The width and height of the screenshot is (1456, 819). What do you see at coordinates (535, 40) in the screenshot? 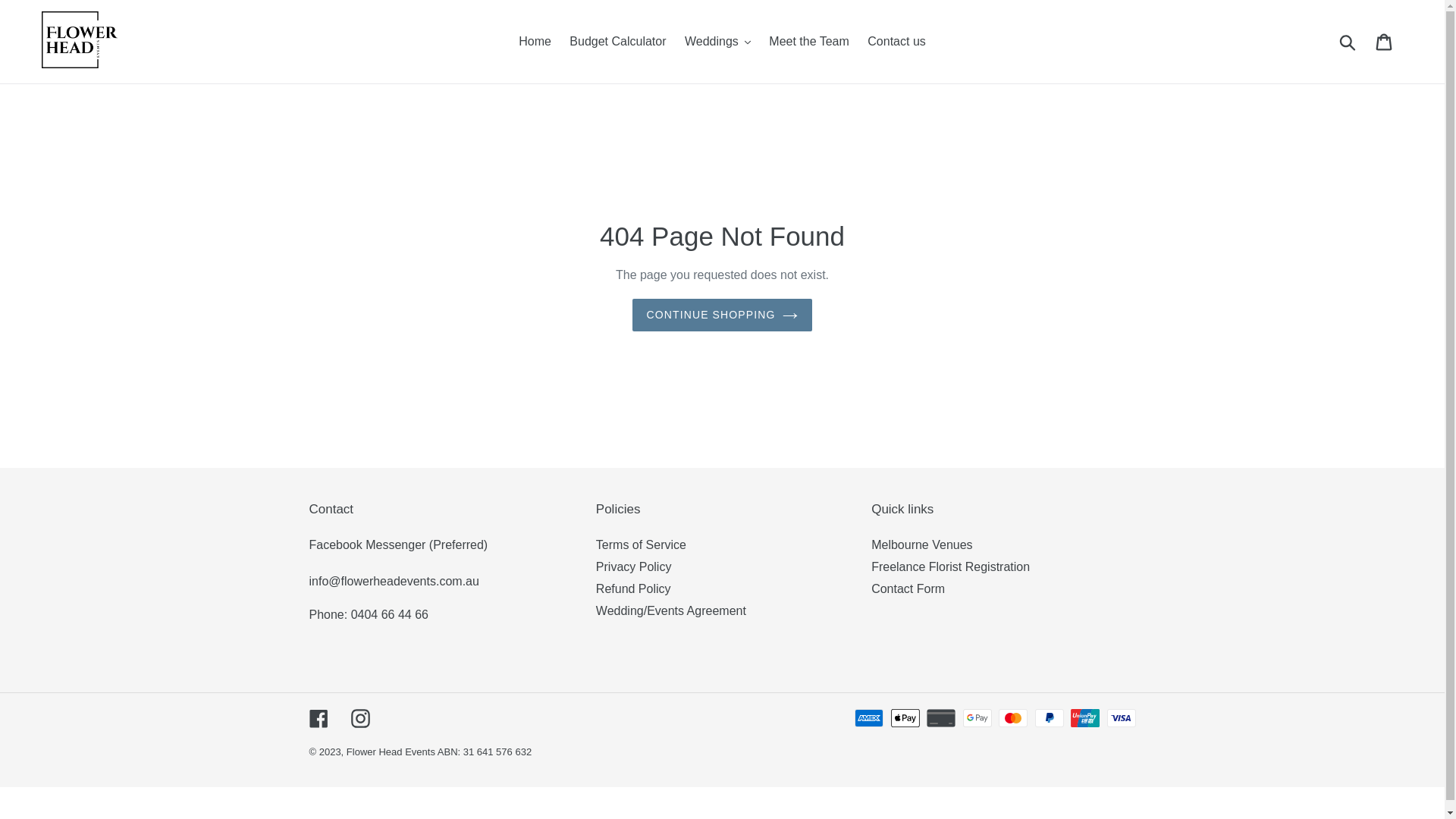
I see `'Home'` at bounding box center [535, 40].